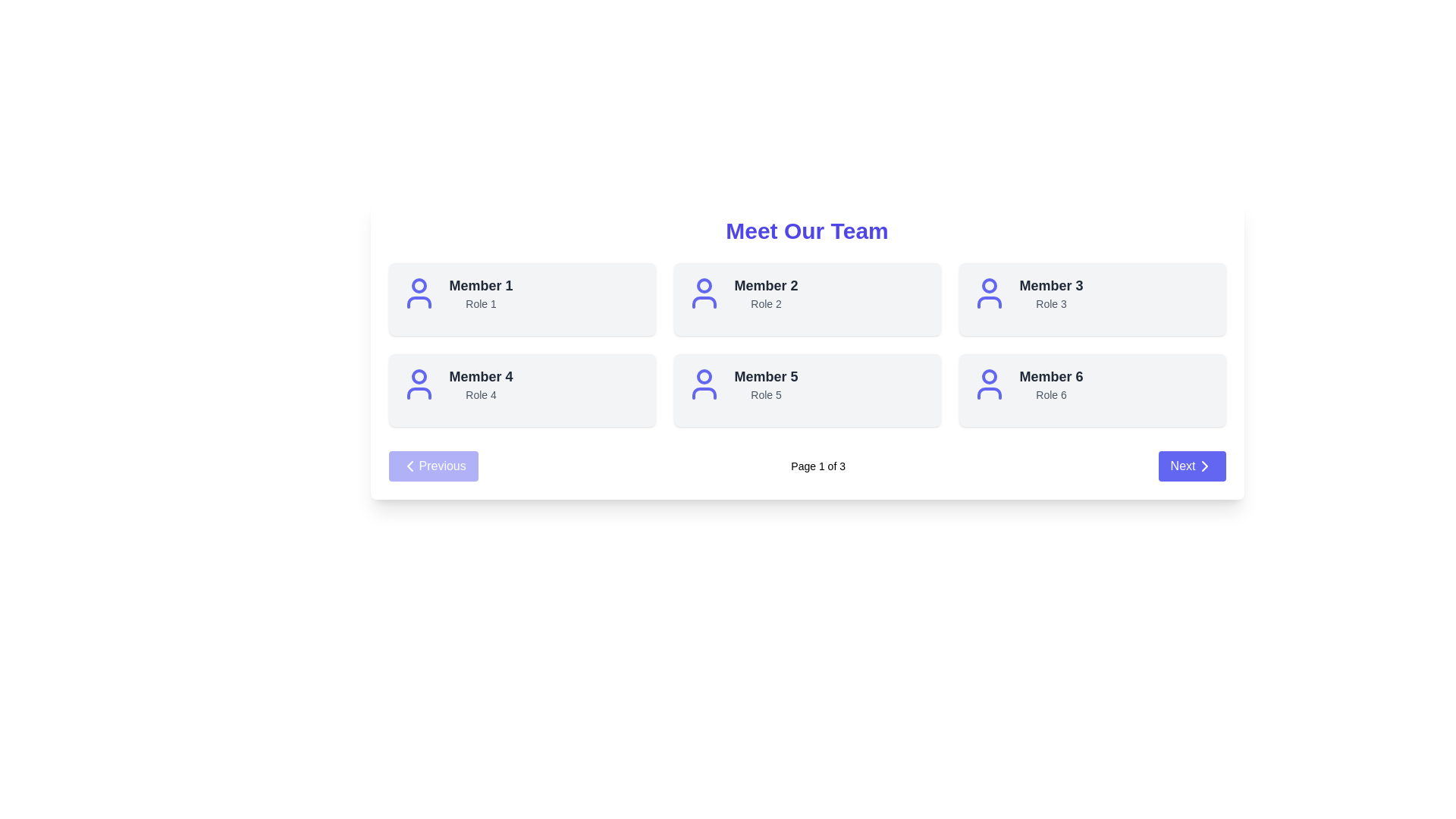 This screenshot has width=1456, height=819. What do you see at coordinates (703, 293) in the screenshot?
I see `the user icon representing 'Member 2' in the top row's middle column of the 'Meet Our Team' section` at bounding box center [703, 293].